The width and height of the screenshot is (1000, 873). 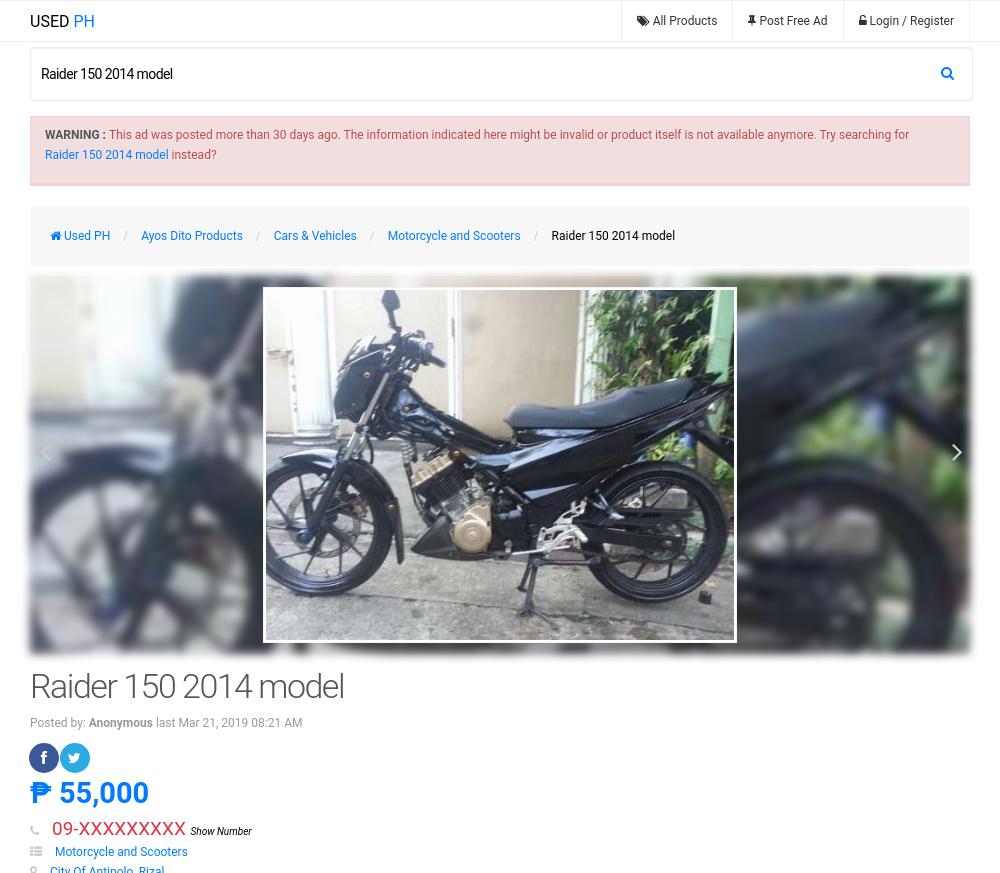 I want to click on 'Anonymous', so click(x=119, y=722).